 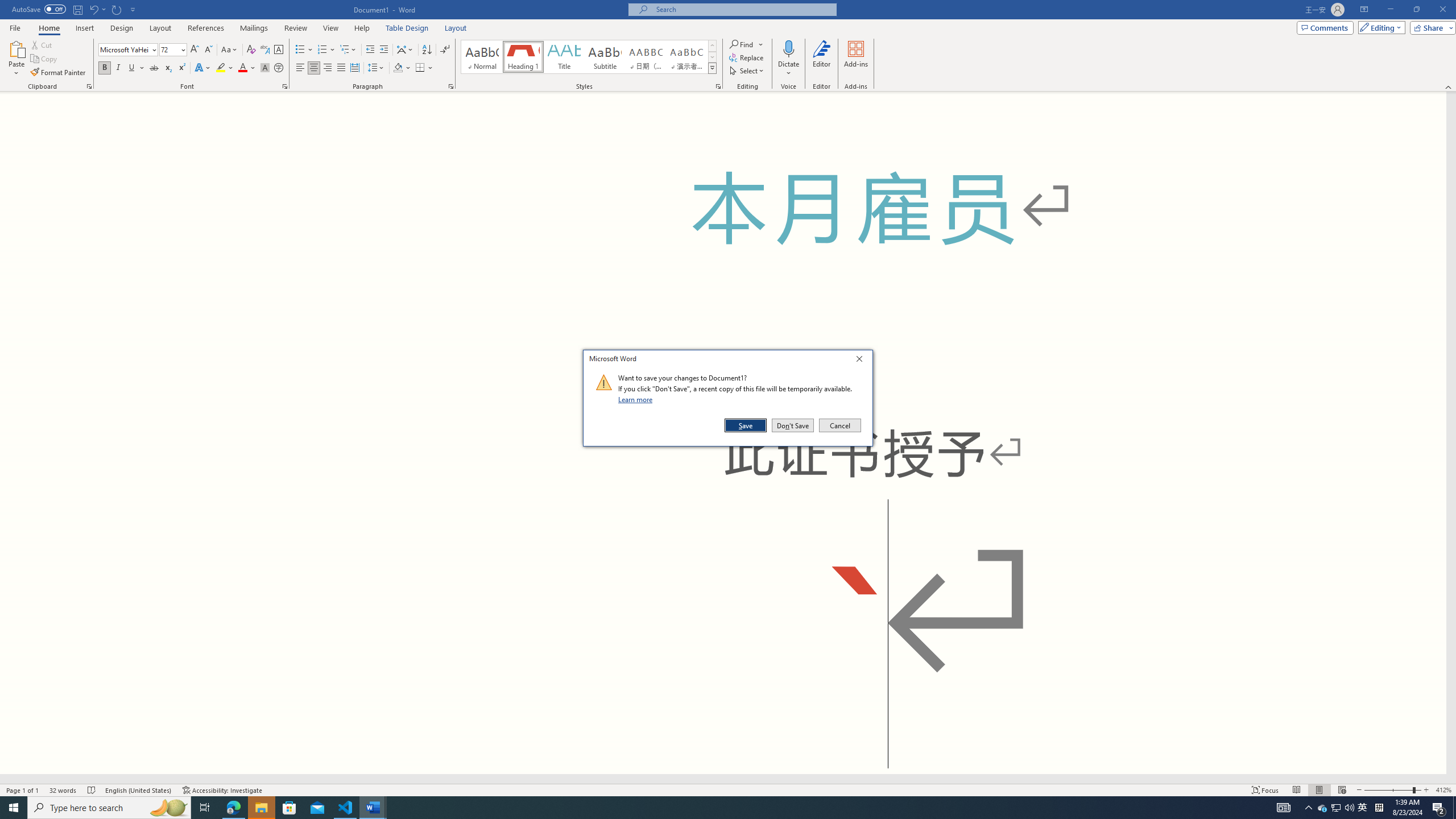 I want to click on 'Learn more', so click(x=637, y=399).